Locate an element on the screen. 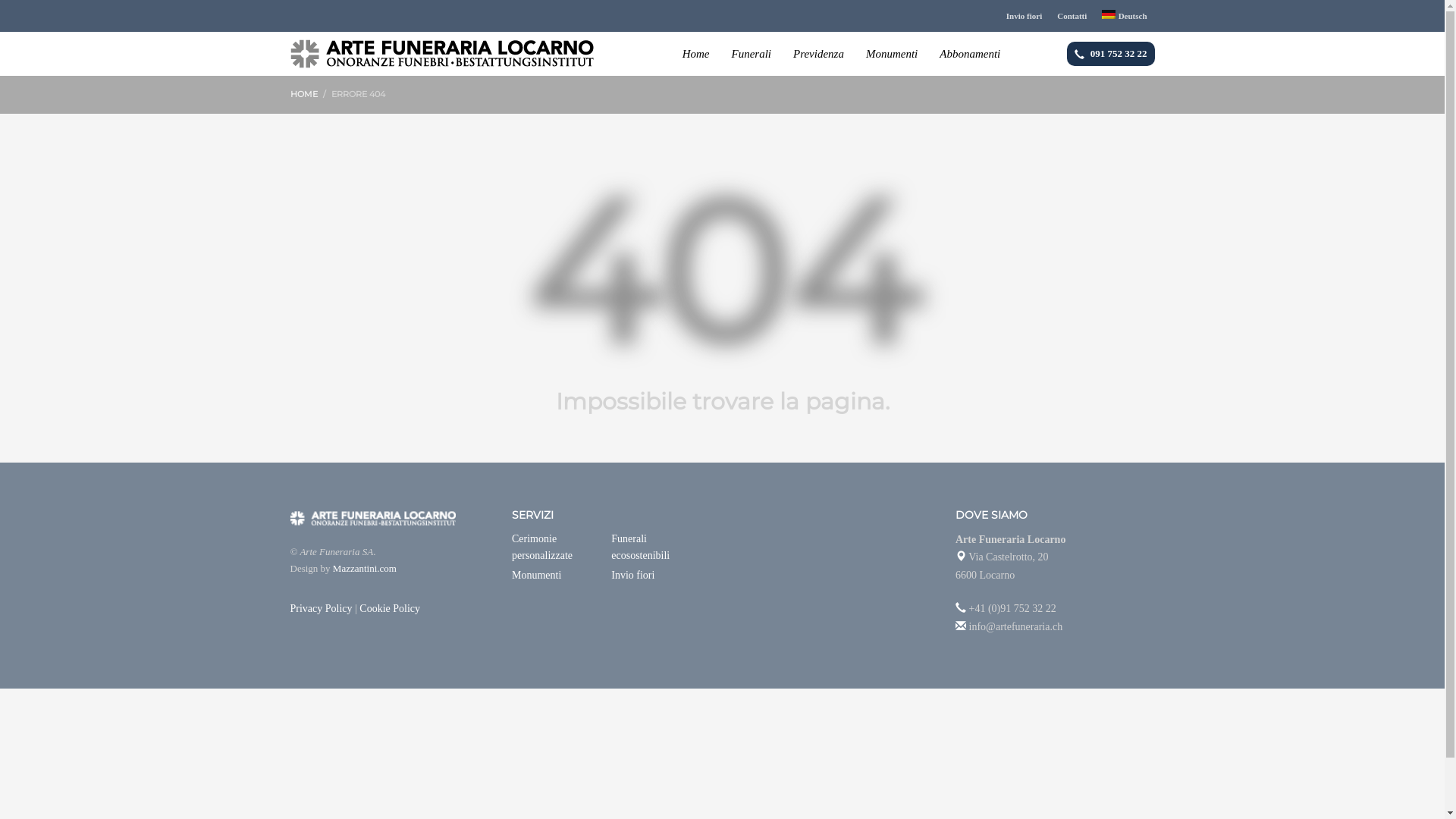  'Mazzantini.com' is located at coordinates (364, 568).